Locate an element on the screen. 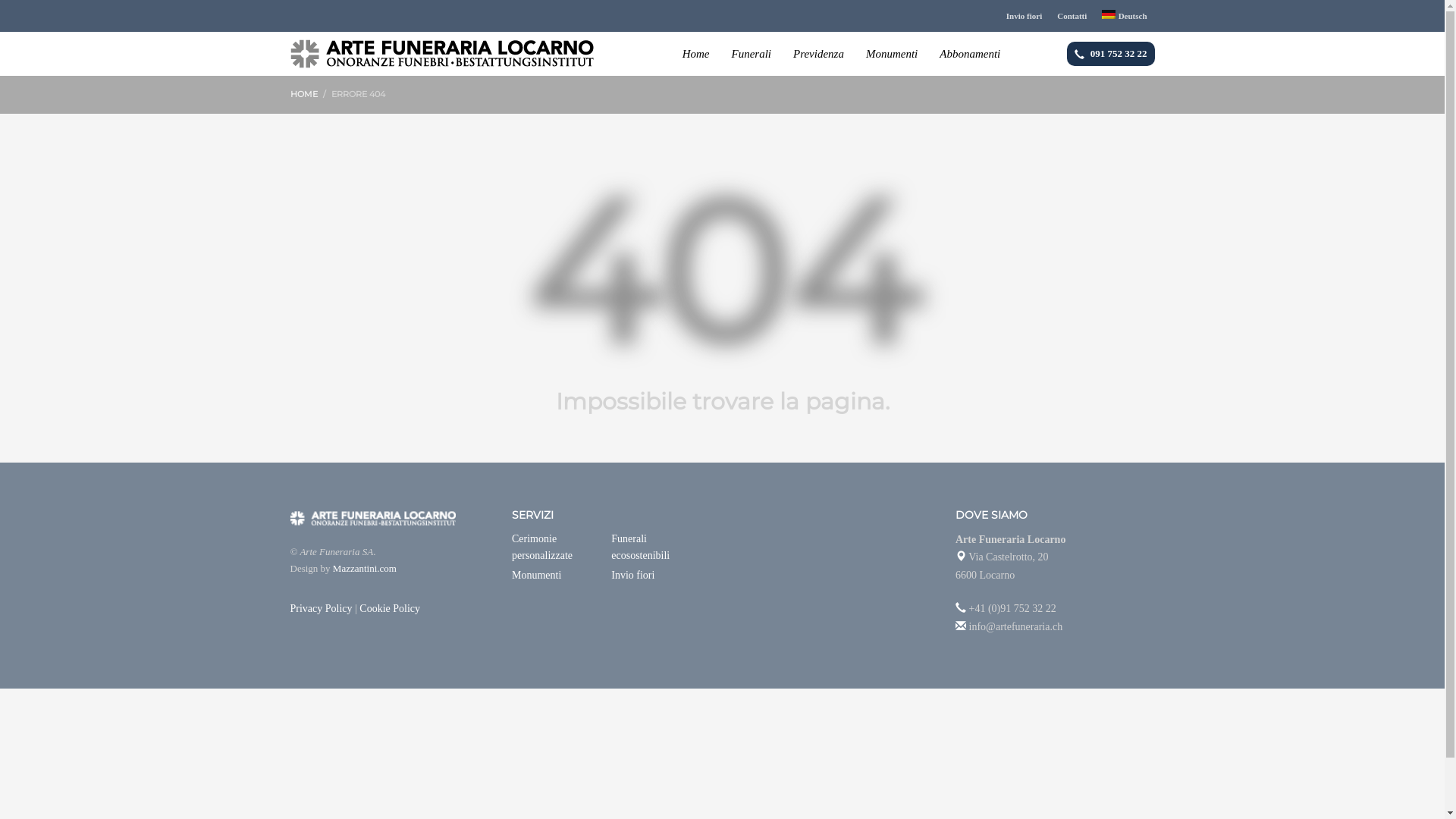  'Mazzantini.com' is located at coordinates (364, 568).